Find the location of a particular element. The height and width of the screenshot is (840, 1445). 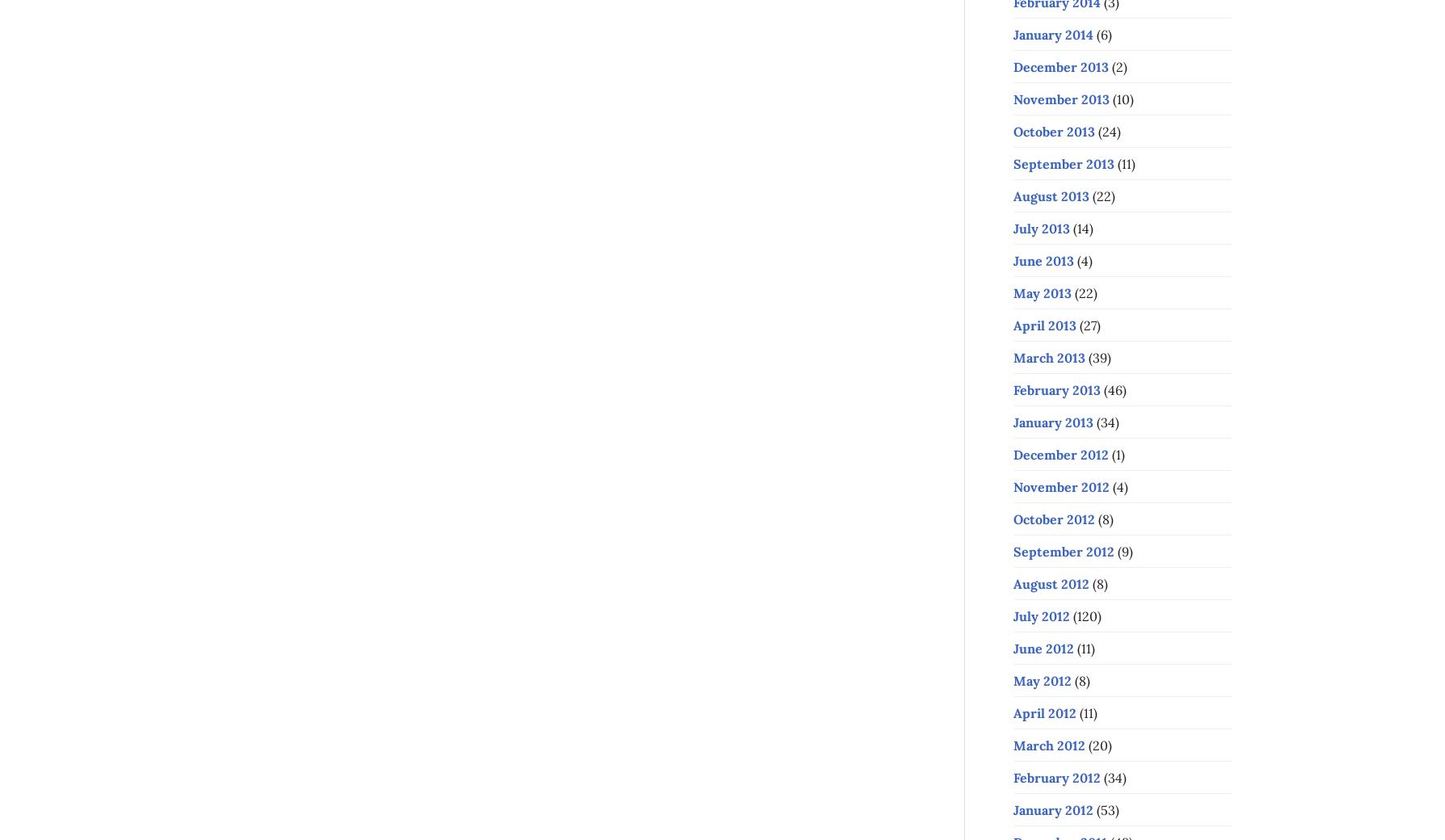

'(24)' is located at coordinates (1094, 131).